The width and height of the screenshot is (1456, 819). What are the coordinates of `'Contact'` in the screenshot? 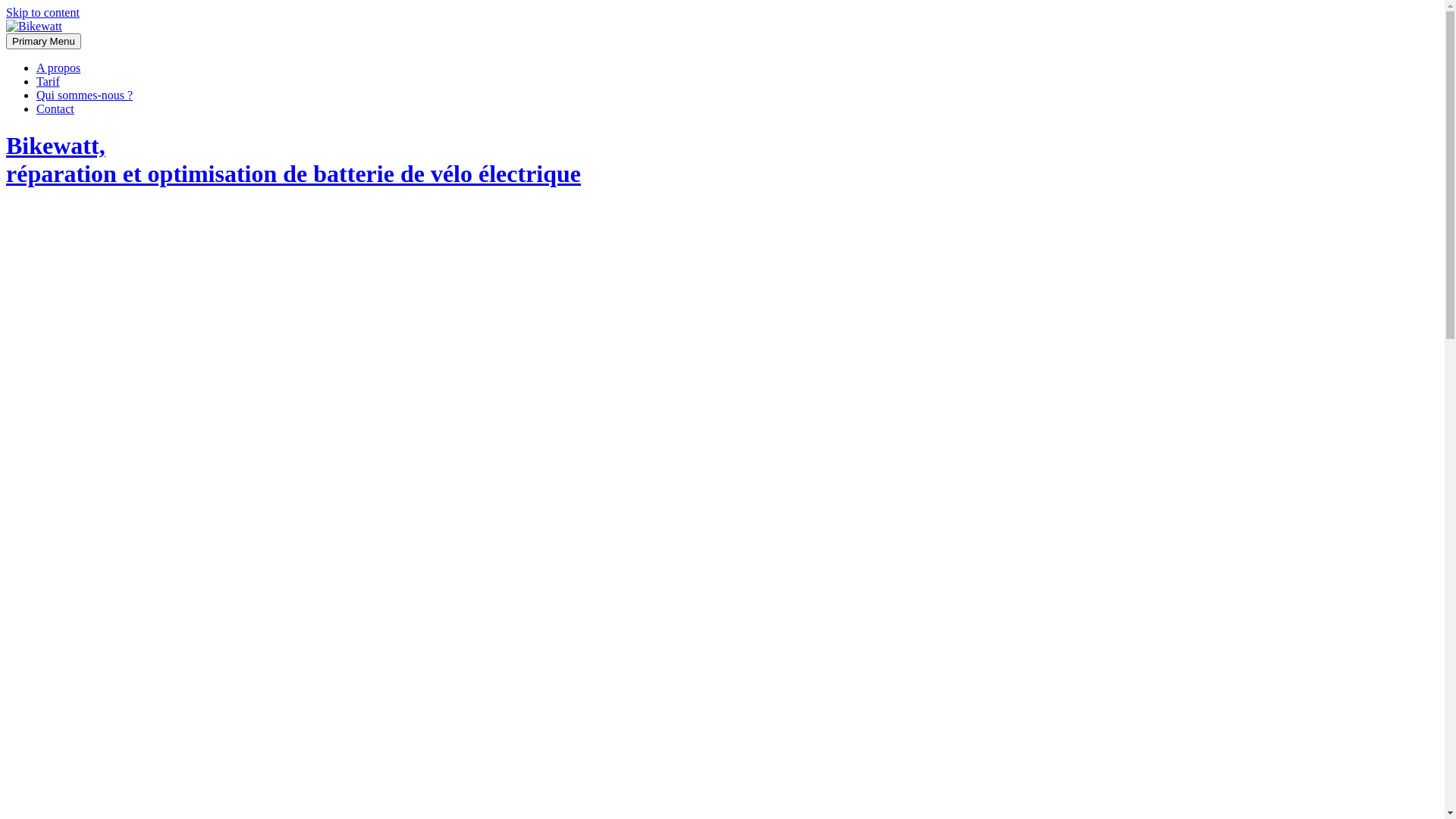 It's located at (55, 108).